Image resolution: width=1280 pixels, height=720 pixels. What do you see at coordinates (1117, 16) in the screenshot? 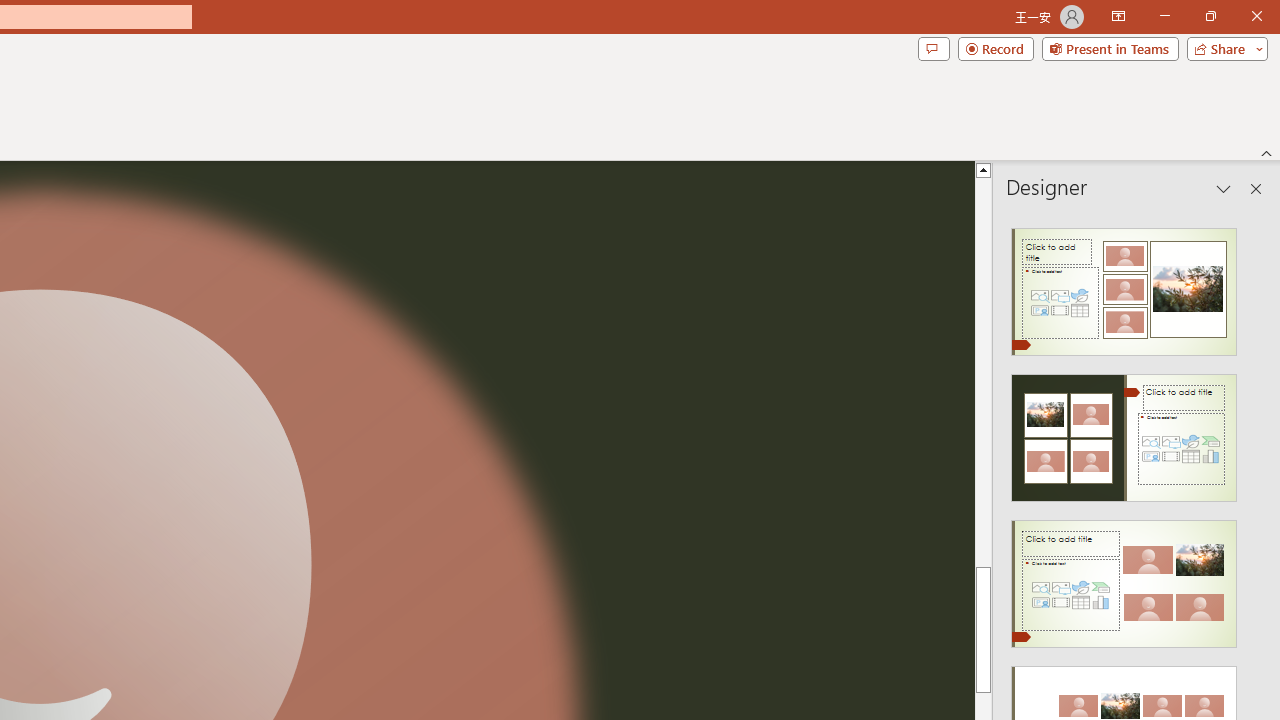
I see `'Ribbon Display Options'` at bounding box center [1117, 16].